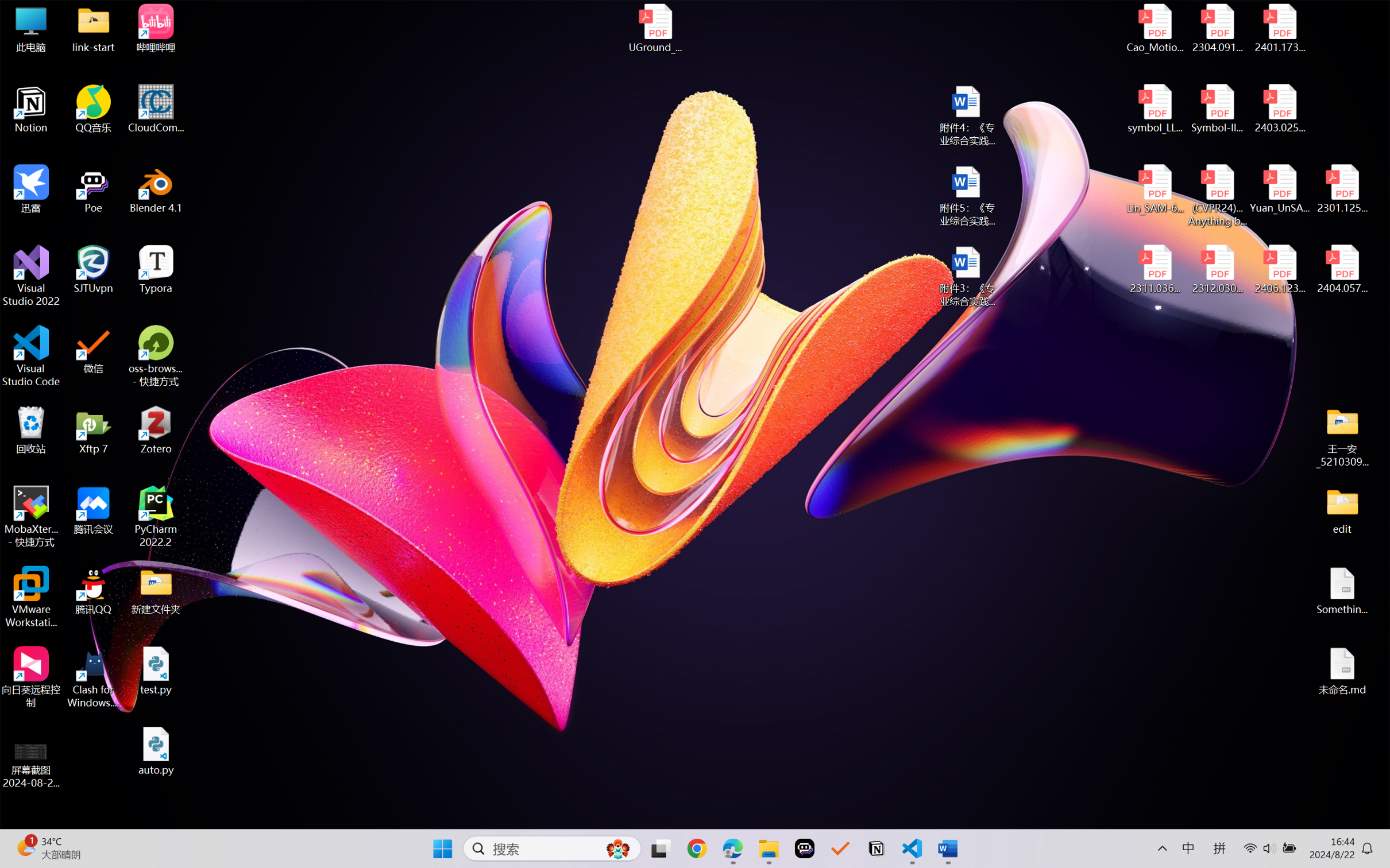 The image size is (1390, 868). I want to click on '(CVPR24)Matching Anything by Segmenting Anything.pdf', so click(1217, 195).